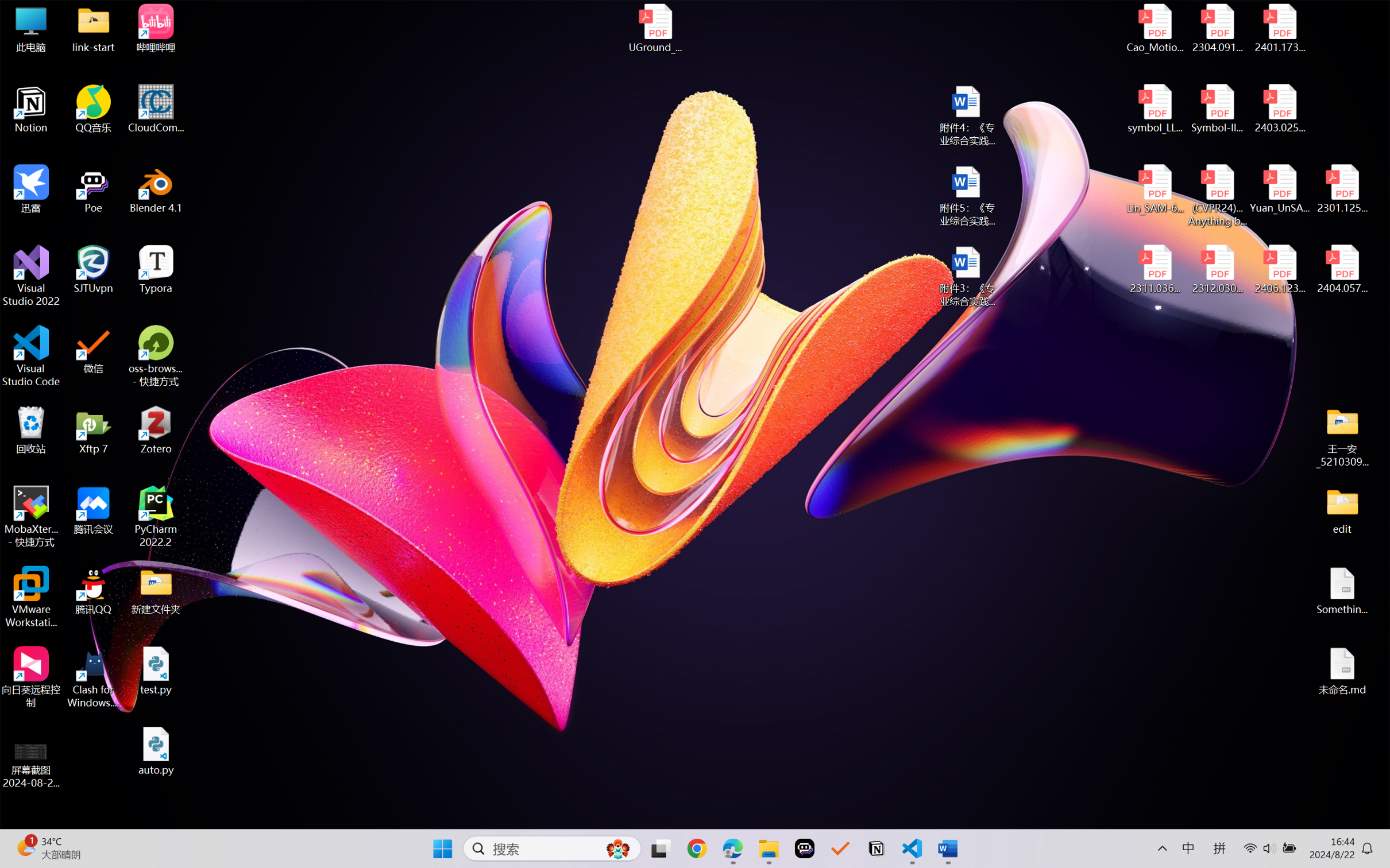 The image size is (1390, 868). I want to click on '(CVPR24)Matching Anything by Segmenting Anything.pdf', so click(1217, 195).